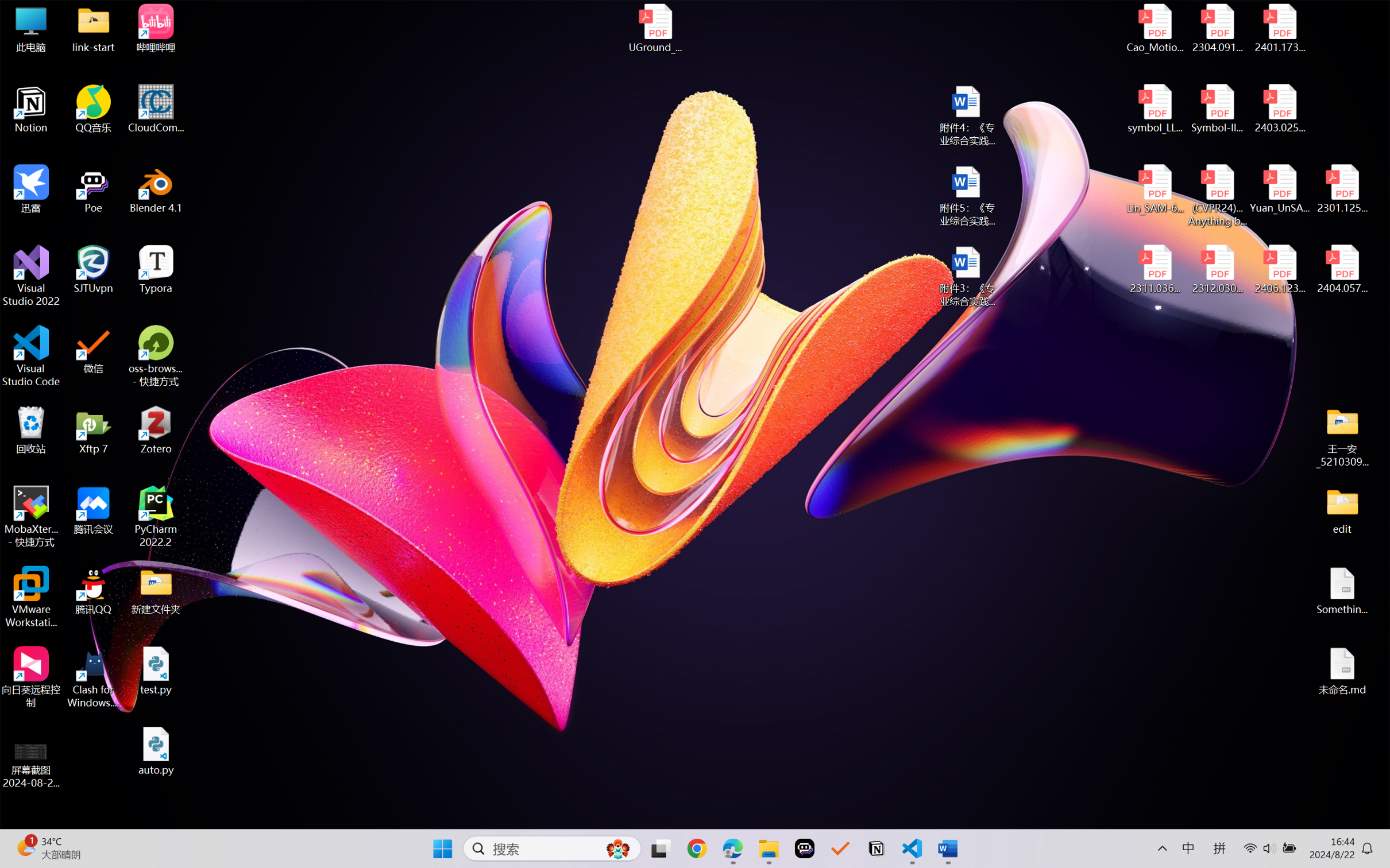 The image size is (1390, 868). I want to click on '(CVPR24)Matching Anything by Segmenting Anything.pdf', so click(1217, 195).